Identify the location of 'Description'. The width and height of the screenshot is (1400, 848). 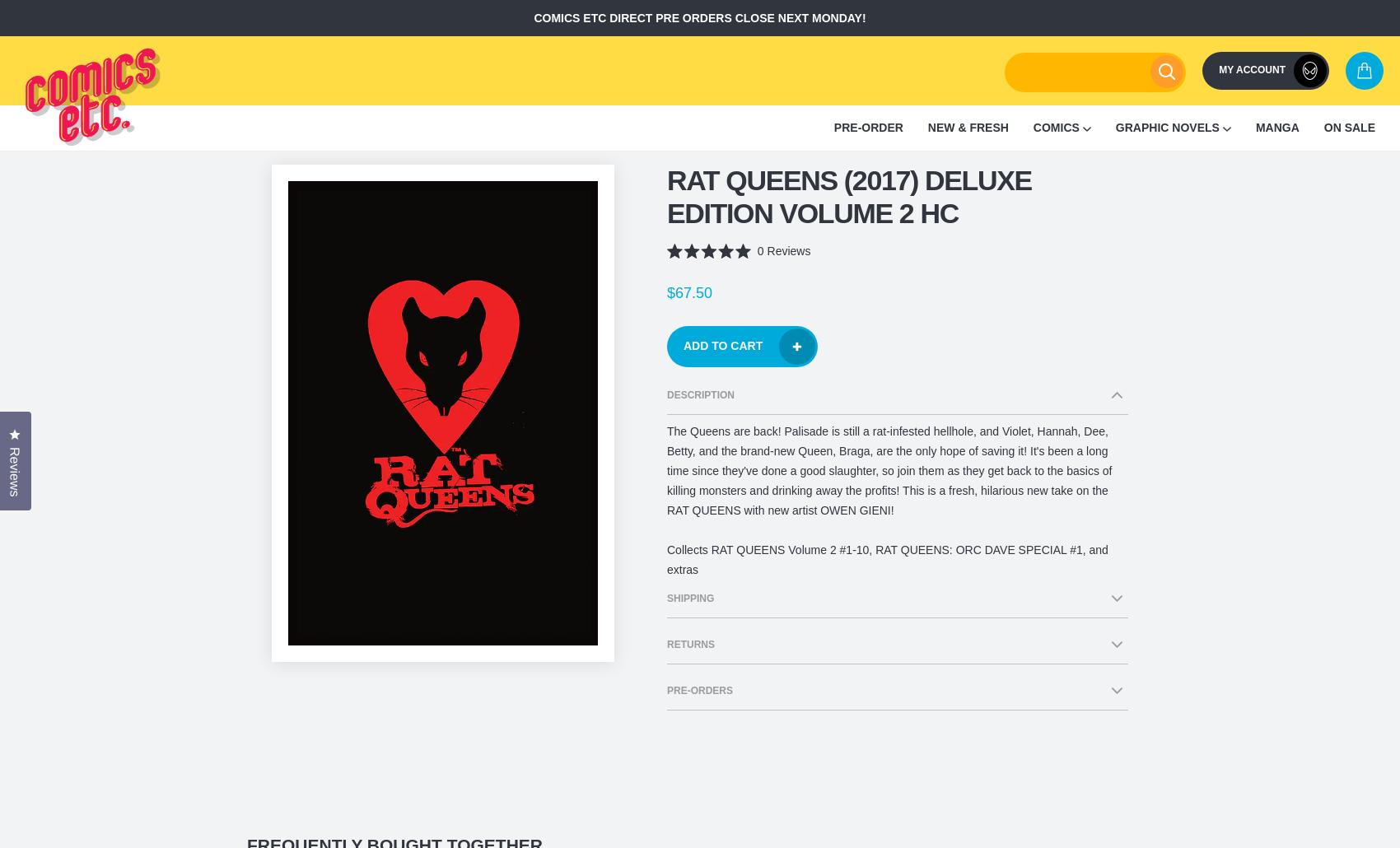
(666, 393).